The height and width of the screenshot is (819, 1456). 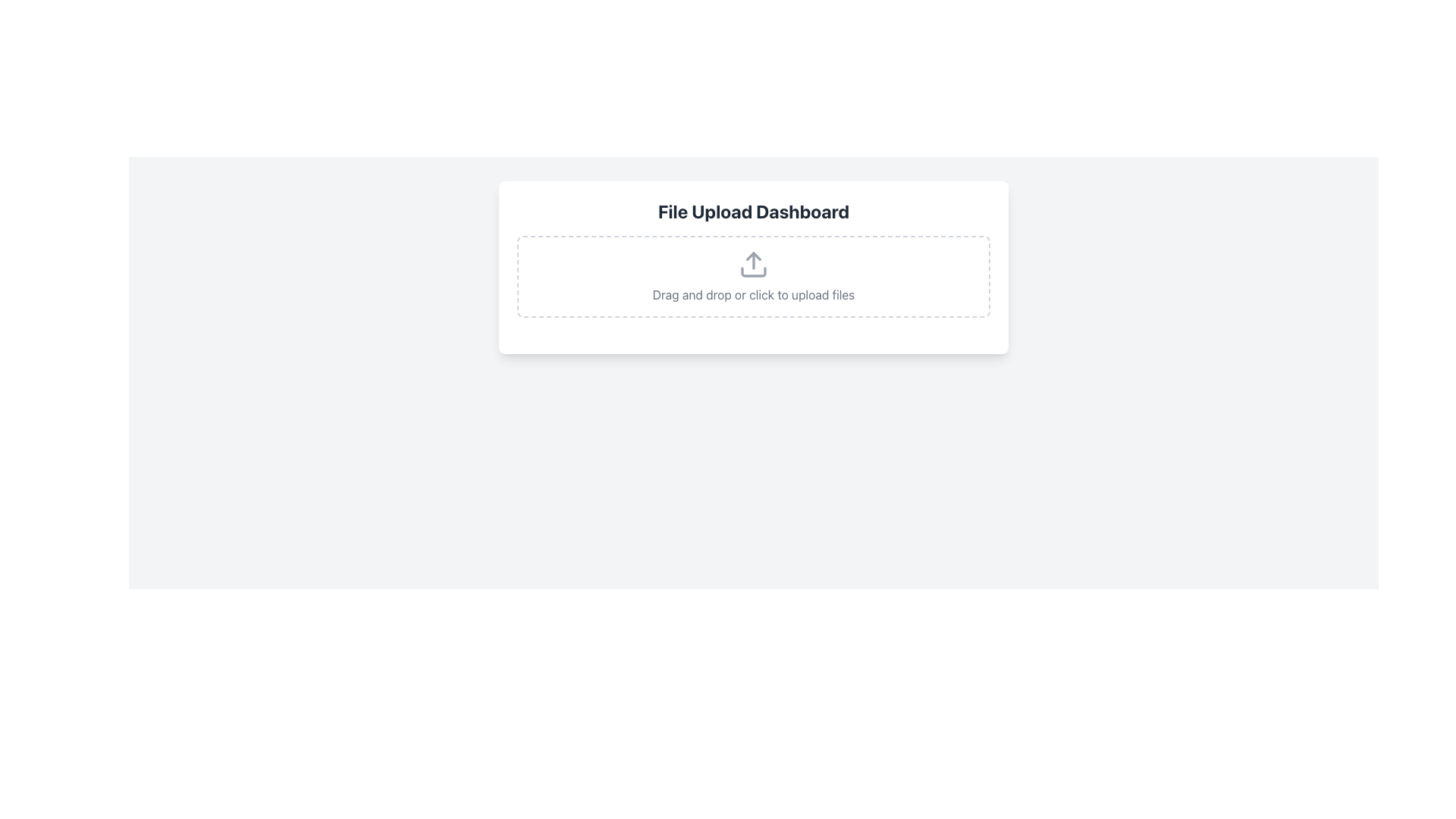 I want to click on the file upload informative display which includes an upload icon and the text 'Drag and drop or click to upload files', so click(x=753, y=277).